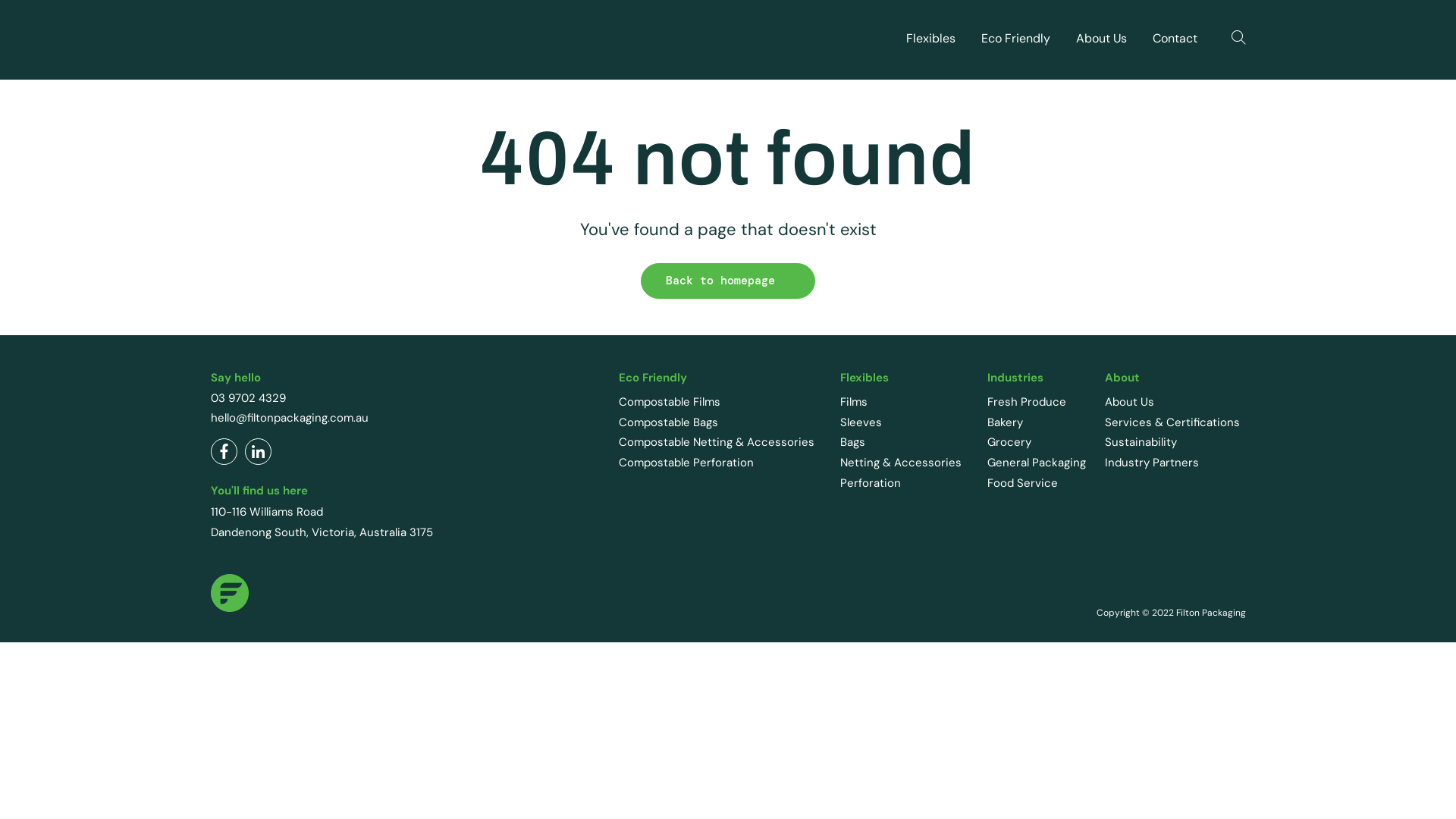 The image size is (1456, 819). Describe the element at coordinates (1141, 441) in the screenshot. I see `'Sustainability'` at that location.